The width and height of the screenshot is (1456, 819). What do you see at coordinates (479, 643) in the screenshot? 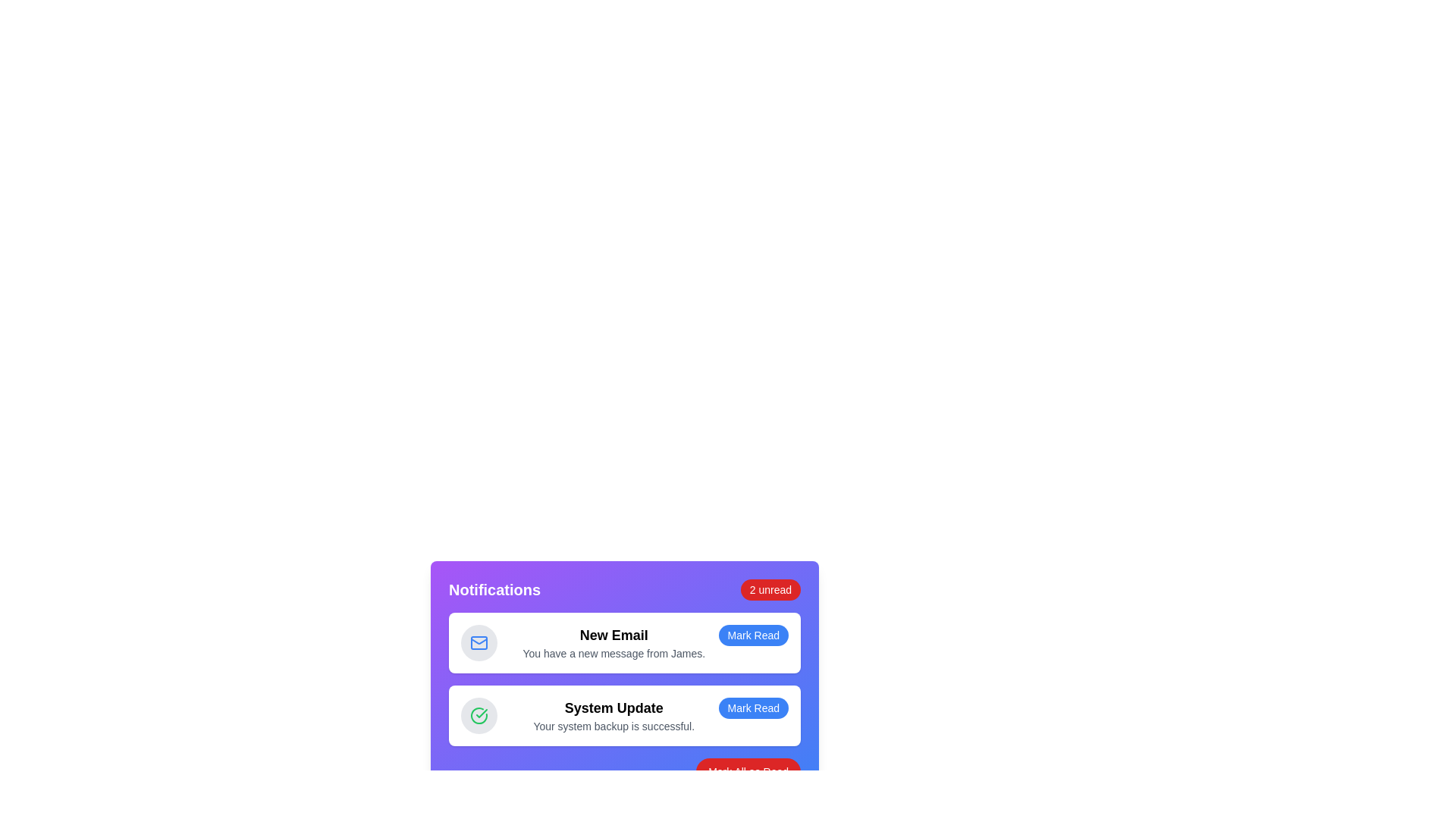
I see `the 'New Email' notification icon located in the top-left corner of the notification card within the notifications panel` at bounding box center [479, 643].